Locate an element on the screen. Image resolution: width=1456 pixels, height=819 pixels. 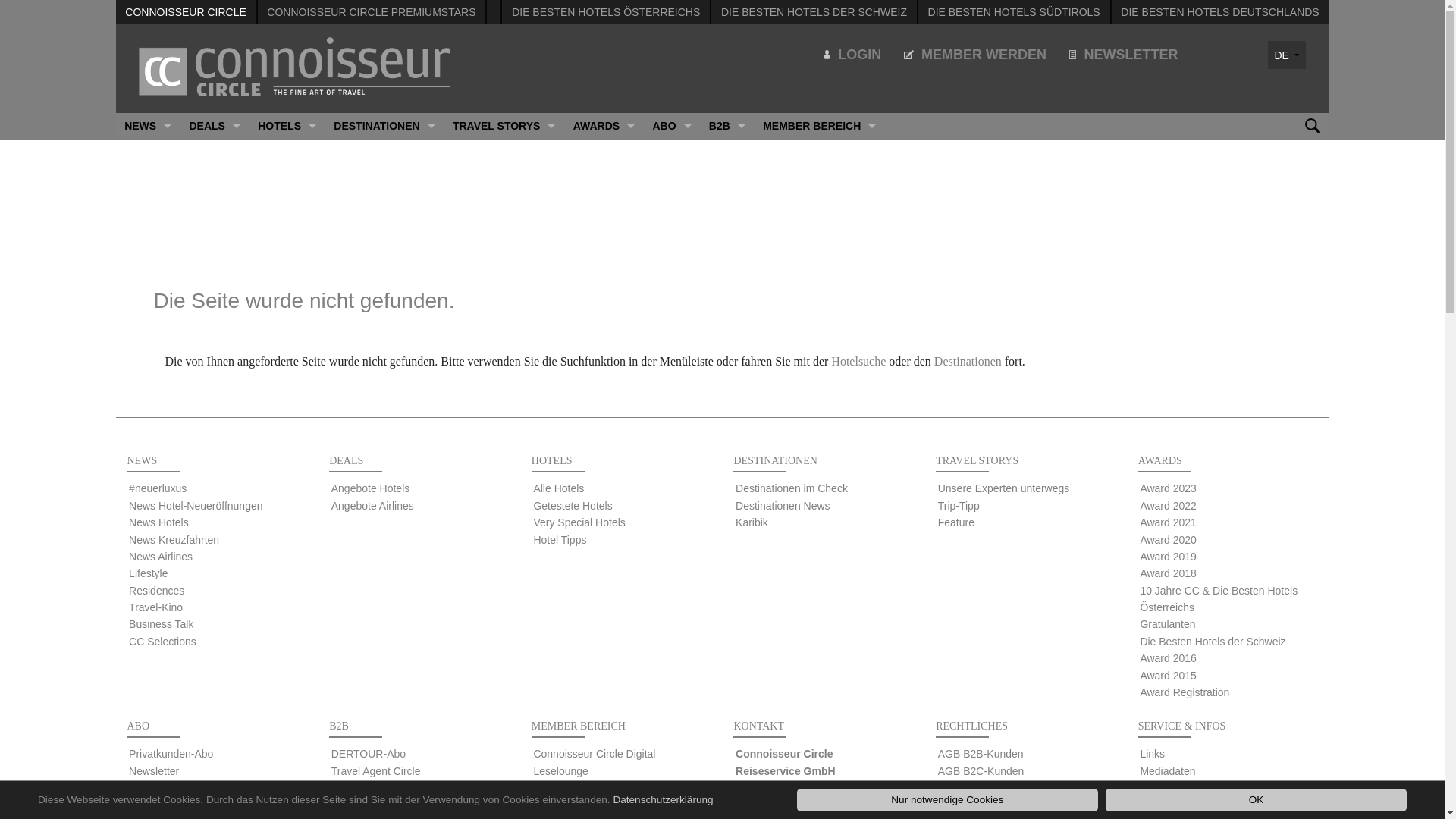
'B2B' is located at coordinates (726, 125).